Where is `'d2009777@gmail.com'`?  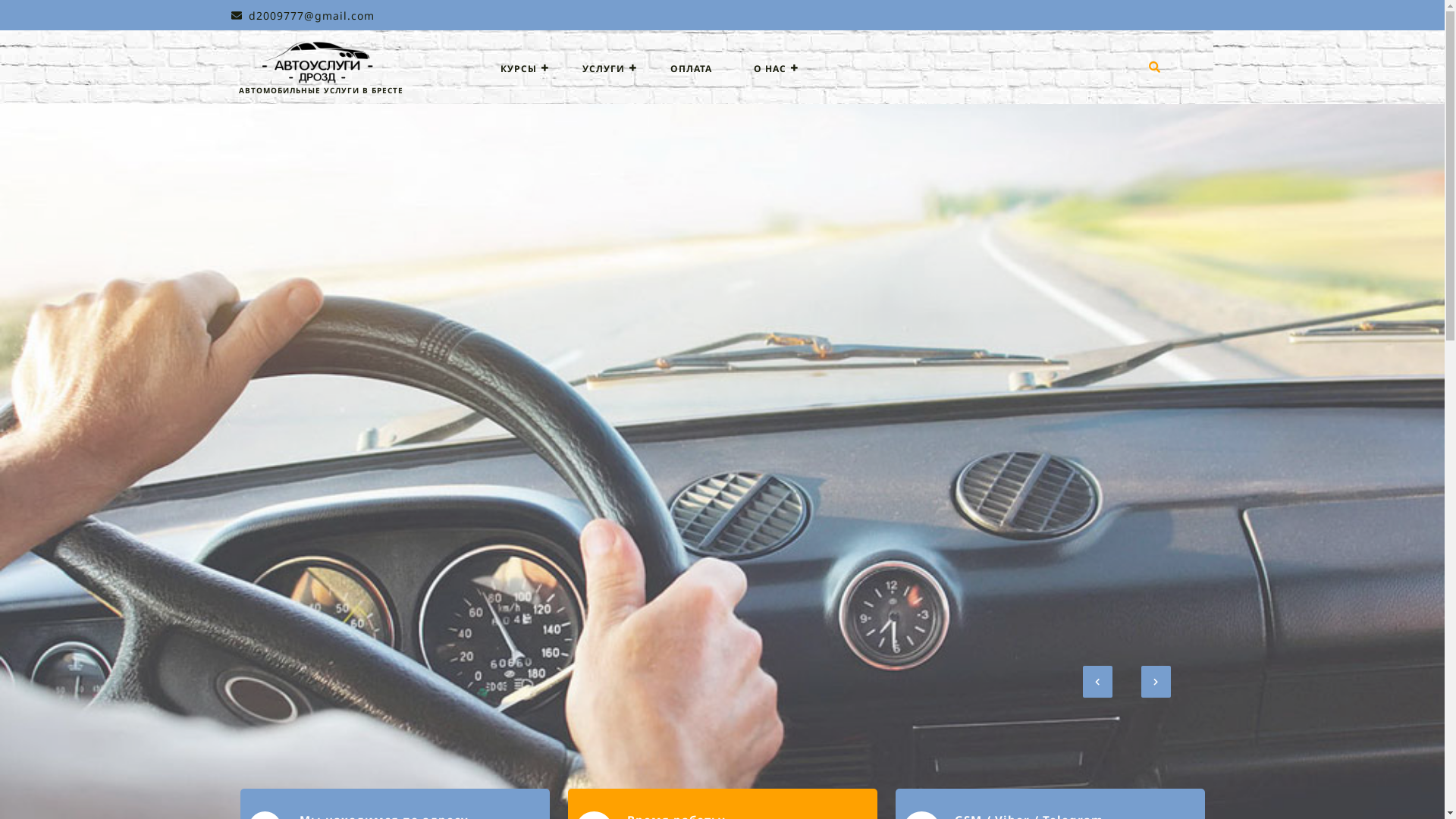
'd2009777@gmail.com' is located at coordinates (229, 15).